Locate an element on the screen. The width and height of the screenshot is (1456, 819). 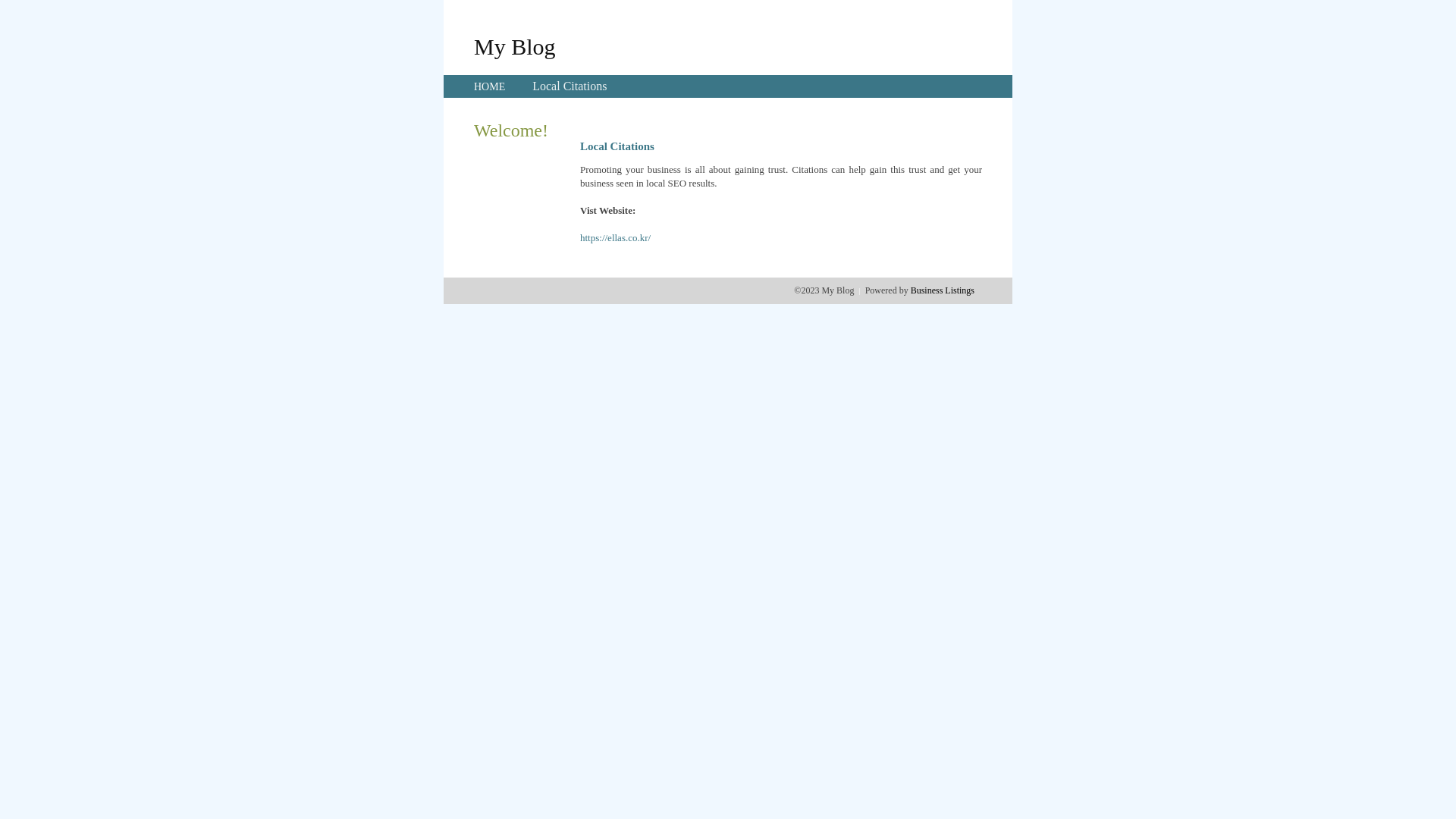
'HOME' is located at coordinates (489, 86).